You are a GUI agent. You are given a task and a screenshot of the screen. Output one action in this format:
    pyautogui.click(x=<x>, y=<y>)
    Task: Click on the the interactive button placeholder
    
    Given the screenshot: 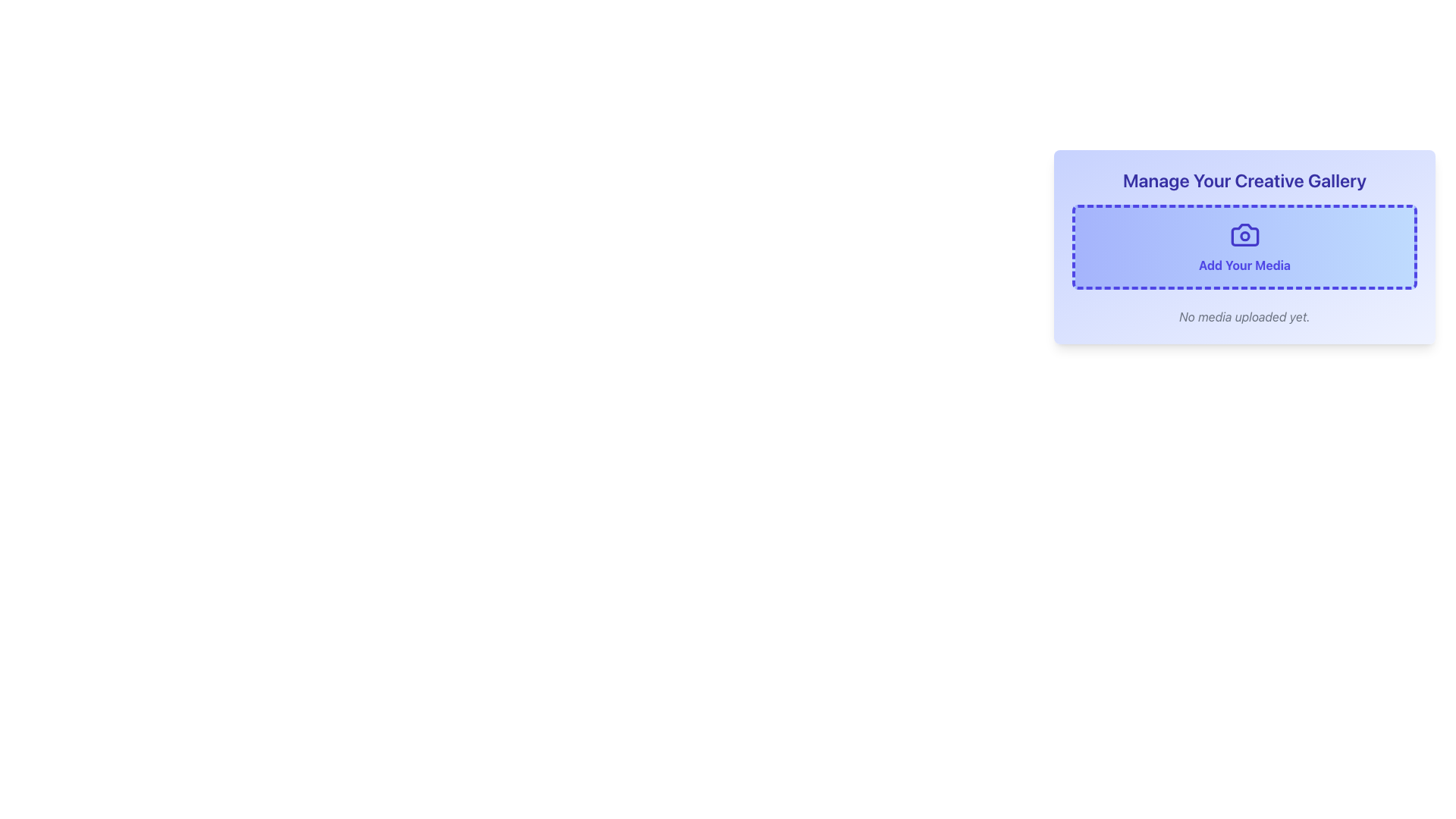 What is the action you would take?
    pyautogui.click(x=1244, y=246)
    